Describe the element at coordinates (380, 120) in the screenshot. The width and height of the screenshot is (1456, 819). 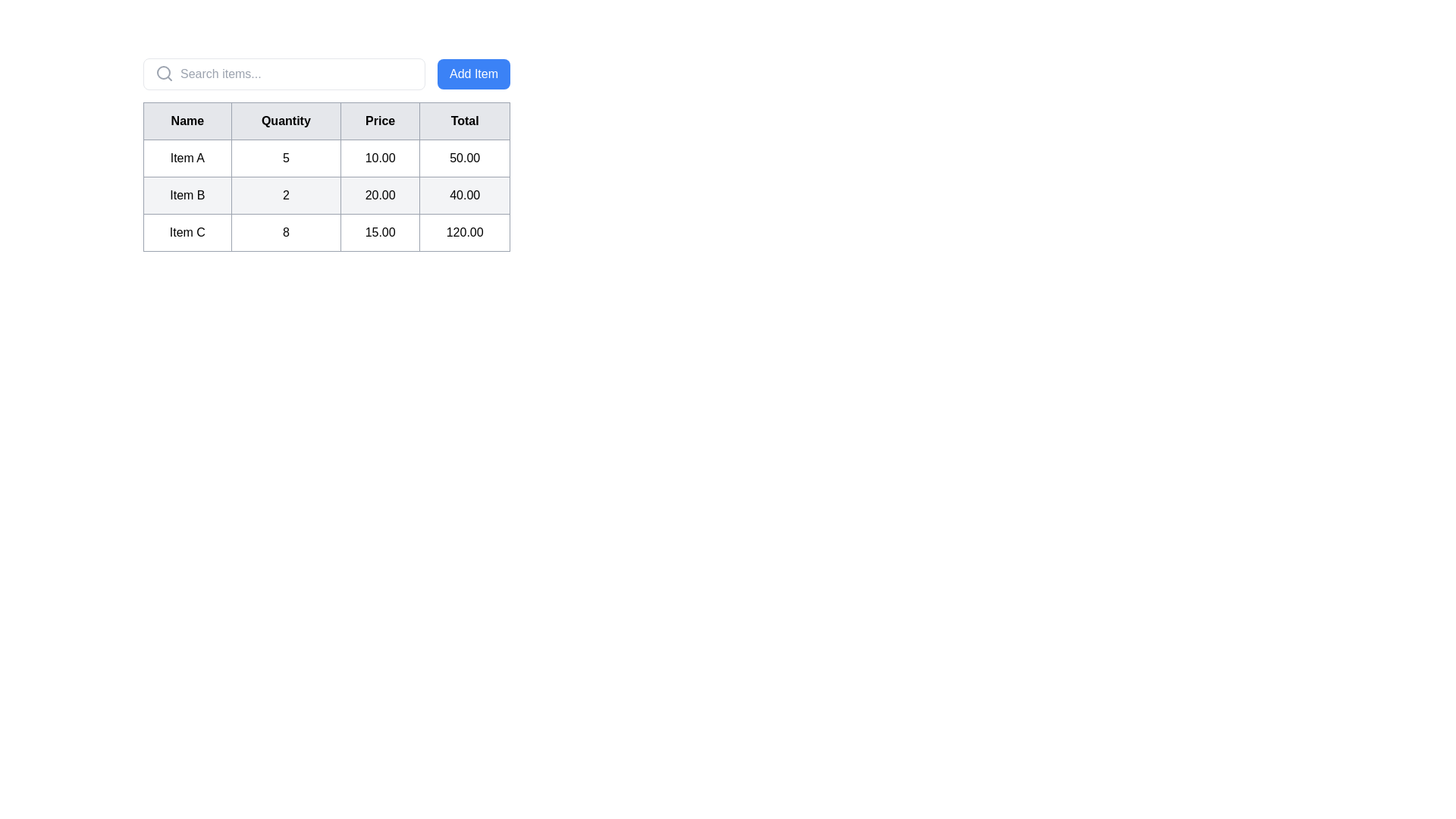
I see `text displayed in the Table Header Cell that serves as the header for the pricing information column, located in the header row of the table, between the 'Quantity' and 'Total' headers` at that location.